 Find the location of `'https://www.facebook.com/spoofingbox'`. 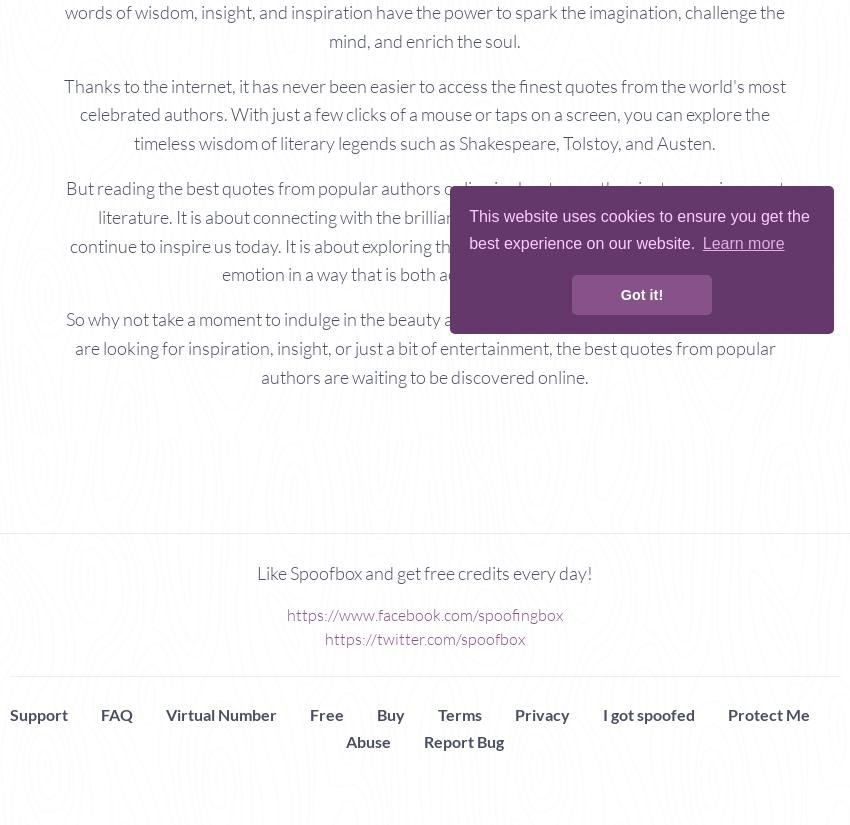

'https://www.facebook.com/spoofingbox' is located at coordinates (285, 615).